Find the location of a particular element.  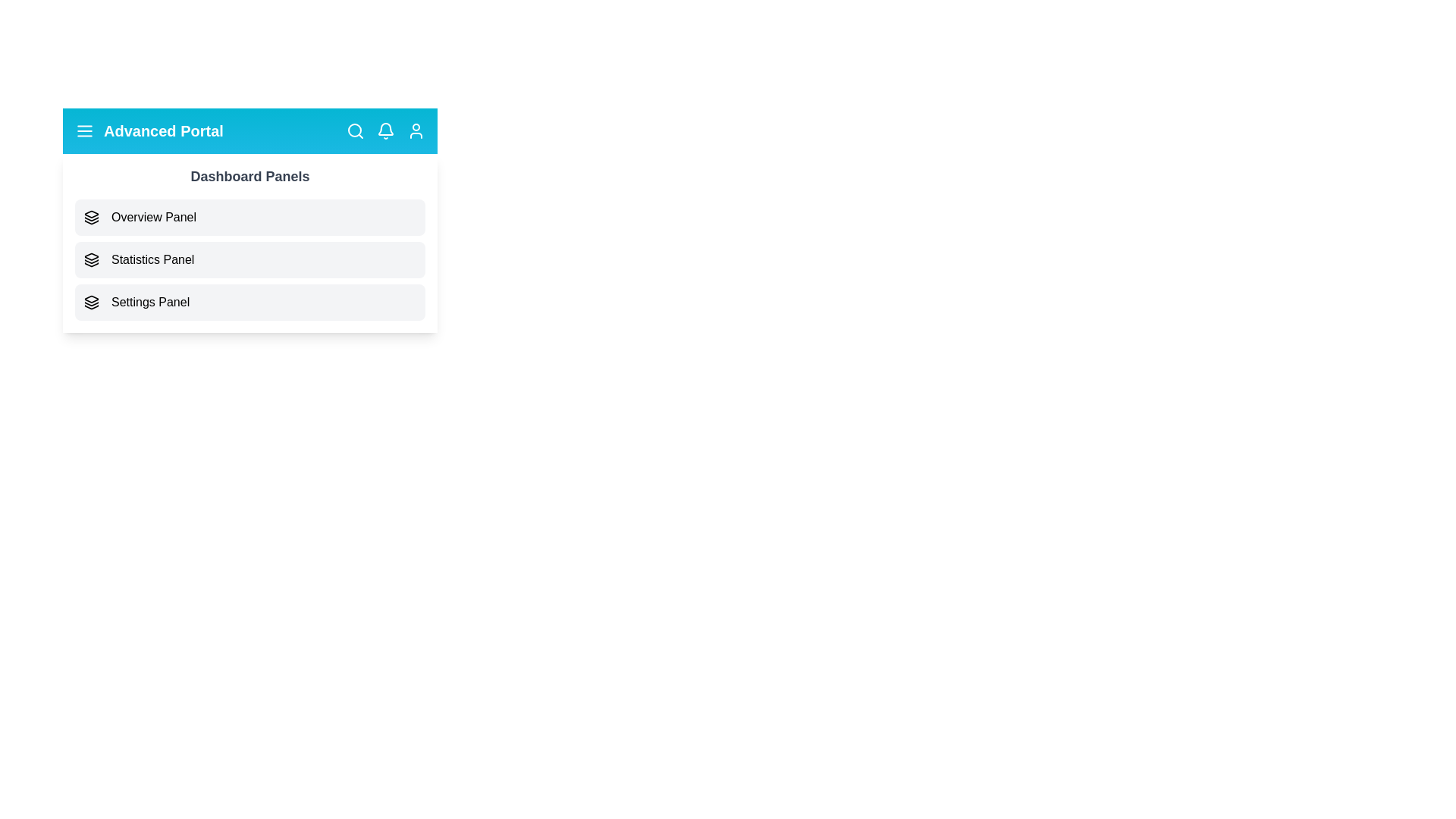

the Settings Panel panel to view its content is located at coordinates (250, 302).